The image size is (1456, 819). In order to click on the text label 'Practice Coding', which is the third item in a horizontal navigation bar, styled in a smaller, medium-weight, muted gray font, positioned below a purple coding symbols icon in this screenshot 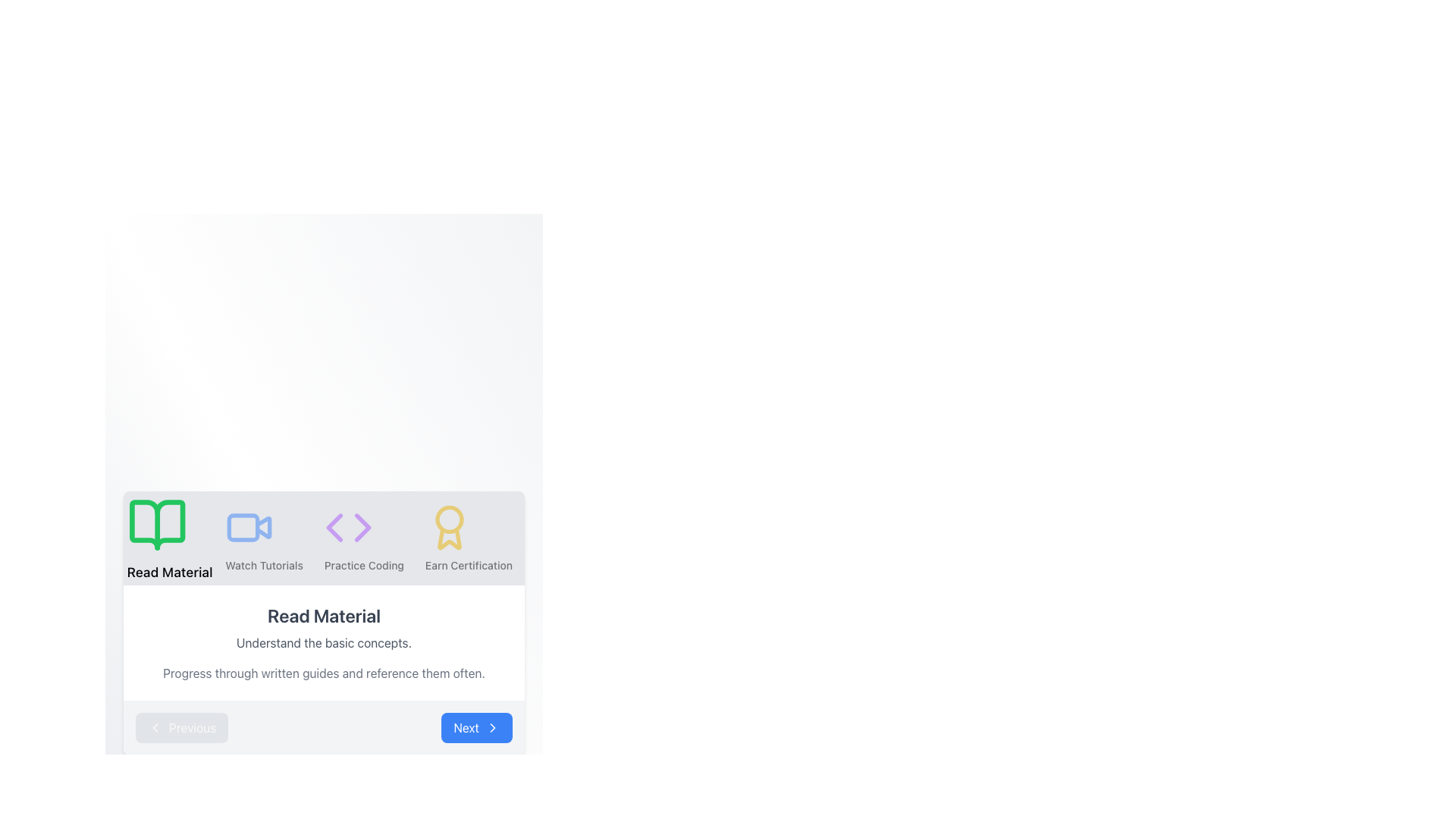, I will do `click(364, 565)`.